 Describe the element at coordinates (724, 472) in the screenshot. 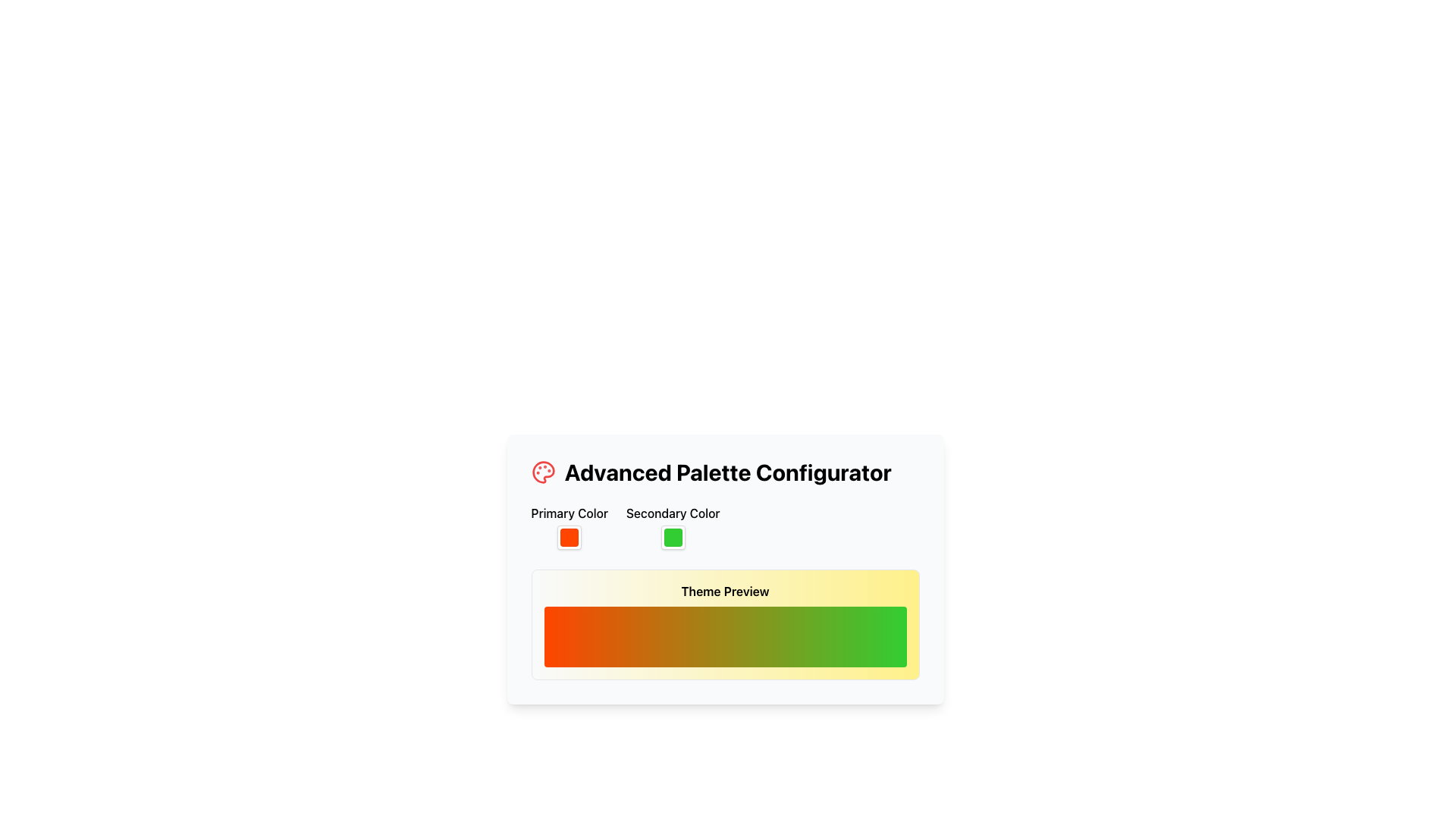

I see `the Heading with an icon that indicates advanced palette configuration by moving the cursor to its center point` at that location.